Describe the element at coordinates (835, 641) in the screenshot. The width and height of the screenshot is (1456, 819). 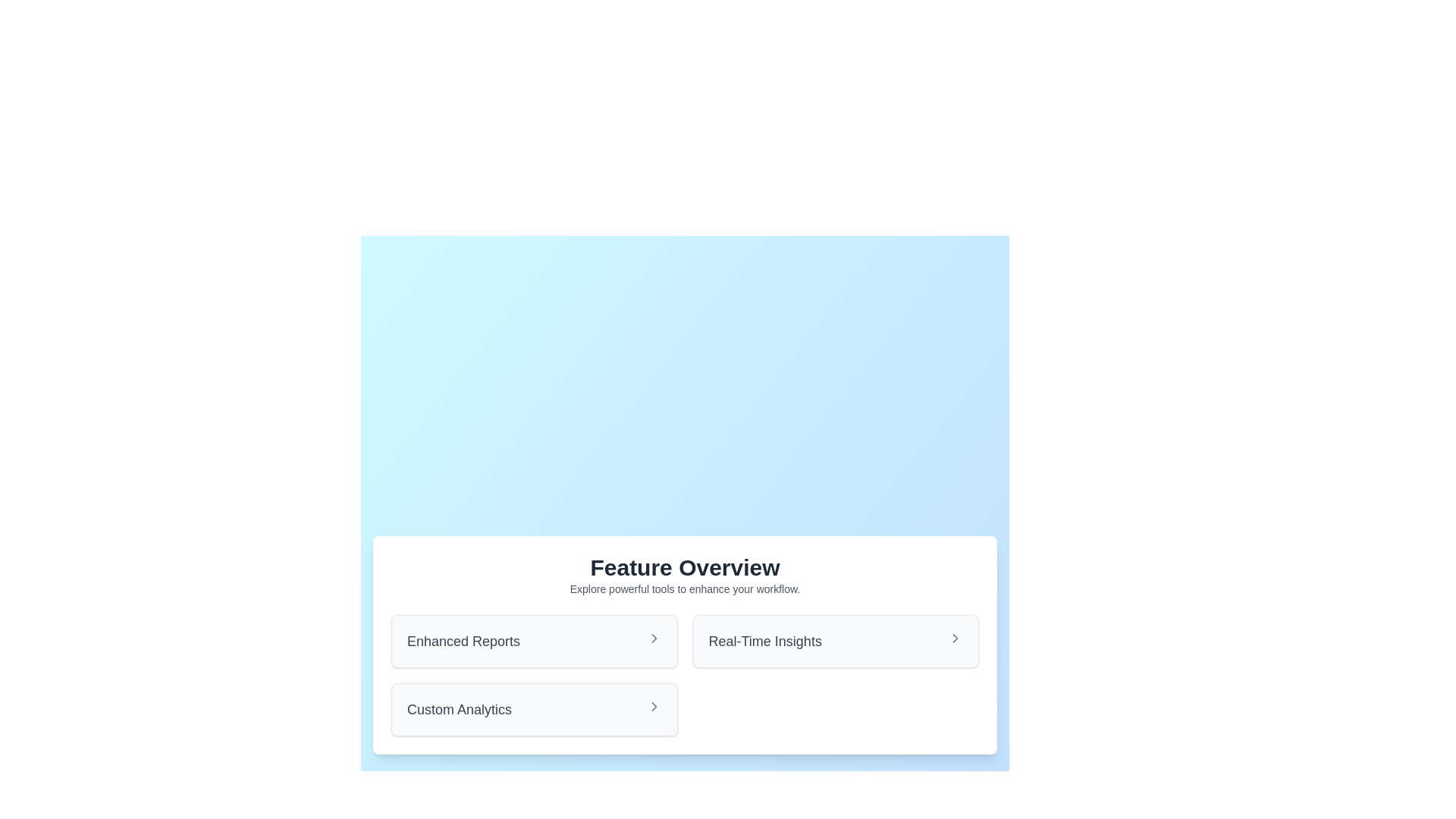
I see `the navigation button for 'Real-Time Insights' located in the second column of the first row in a two-column grid layout` at that location.